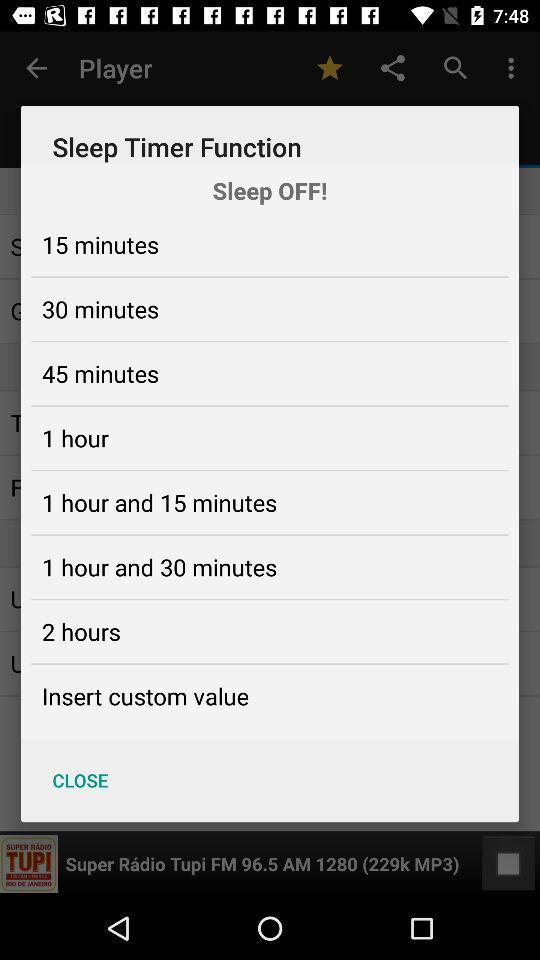 This screenshot has height=960, width=540. What do you see at coordinates (144, 696) in the screenshot?
I see `icon below 2 hours icon` at bounding box center [144, 696].